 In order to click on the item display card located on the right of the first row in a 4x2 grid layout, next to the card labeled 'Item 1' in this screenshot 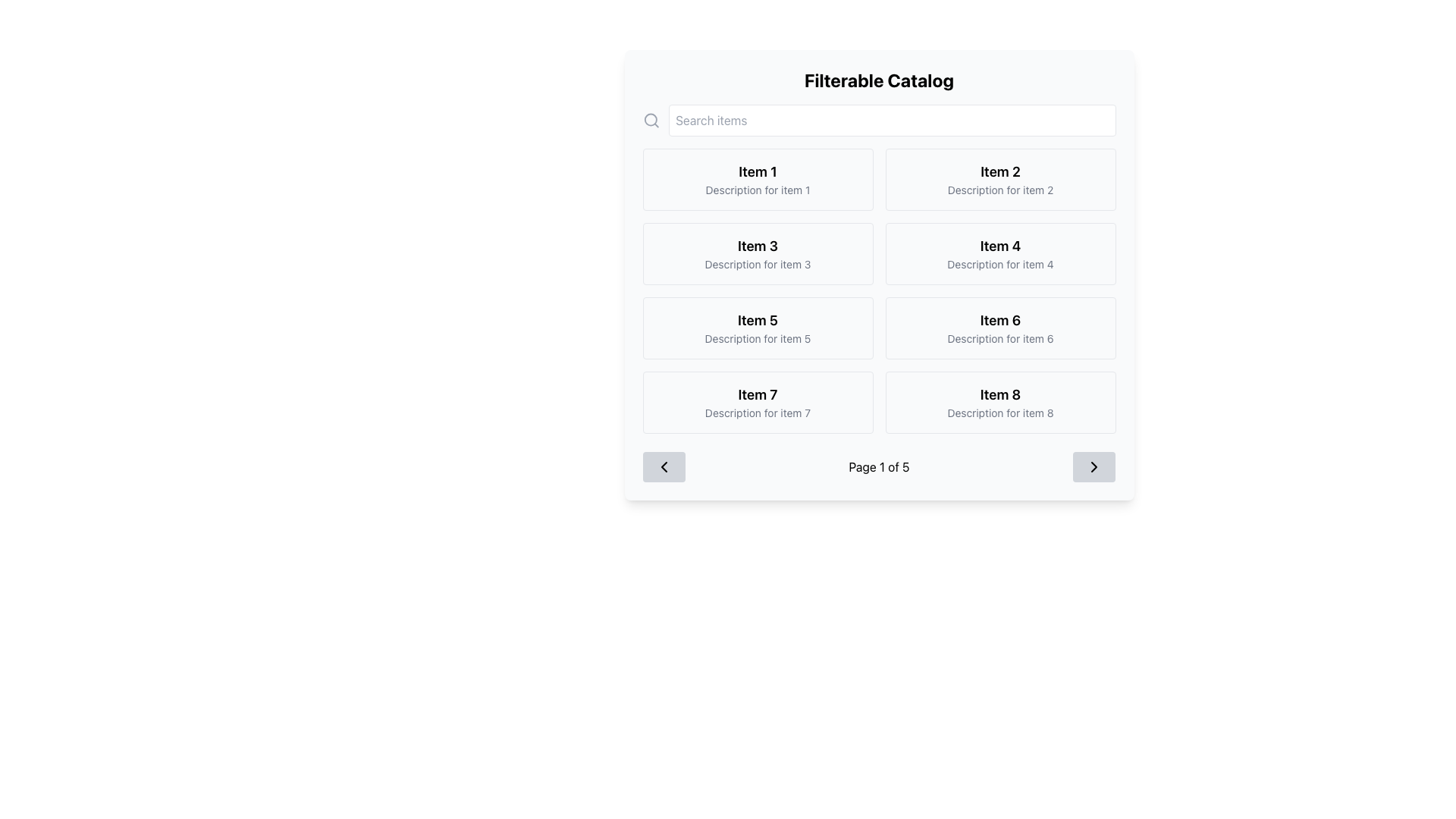, I will do `click(1000, 178)`.